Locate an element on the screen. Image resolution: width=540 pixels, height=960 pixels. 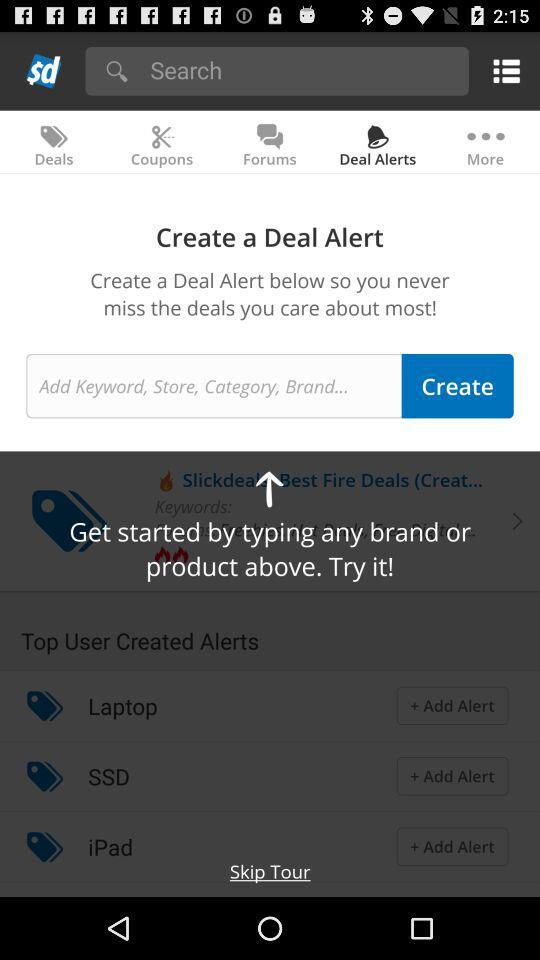
the app to the right of the forums: app is located at coordinates (351, 528).